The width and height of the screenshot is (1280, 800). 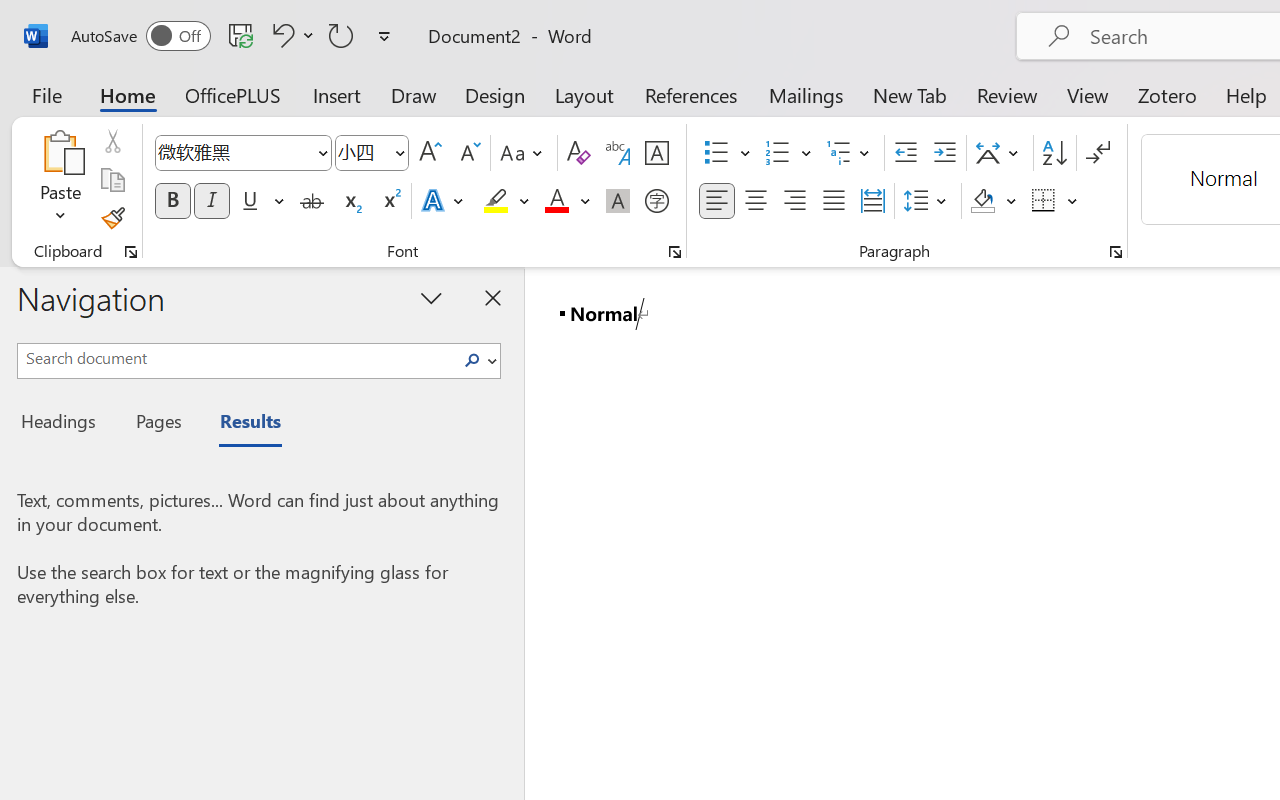 I want to click on 'Change Case', so click(x=524, y=153).